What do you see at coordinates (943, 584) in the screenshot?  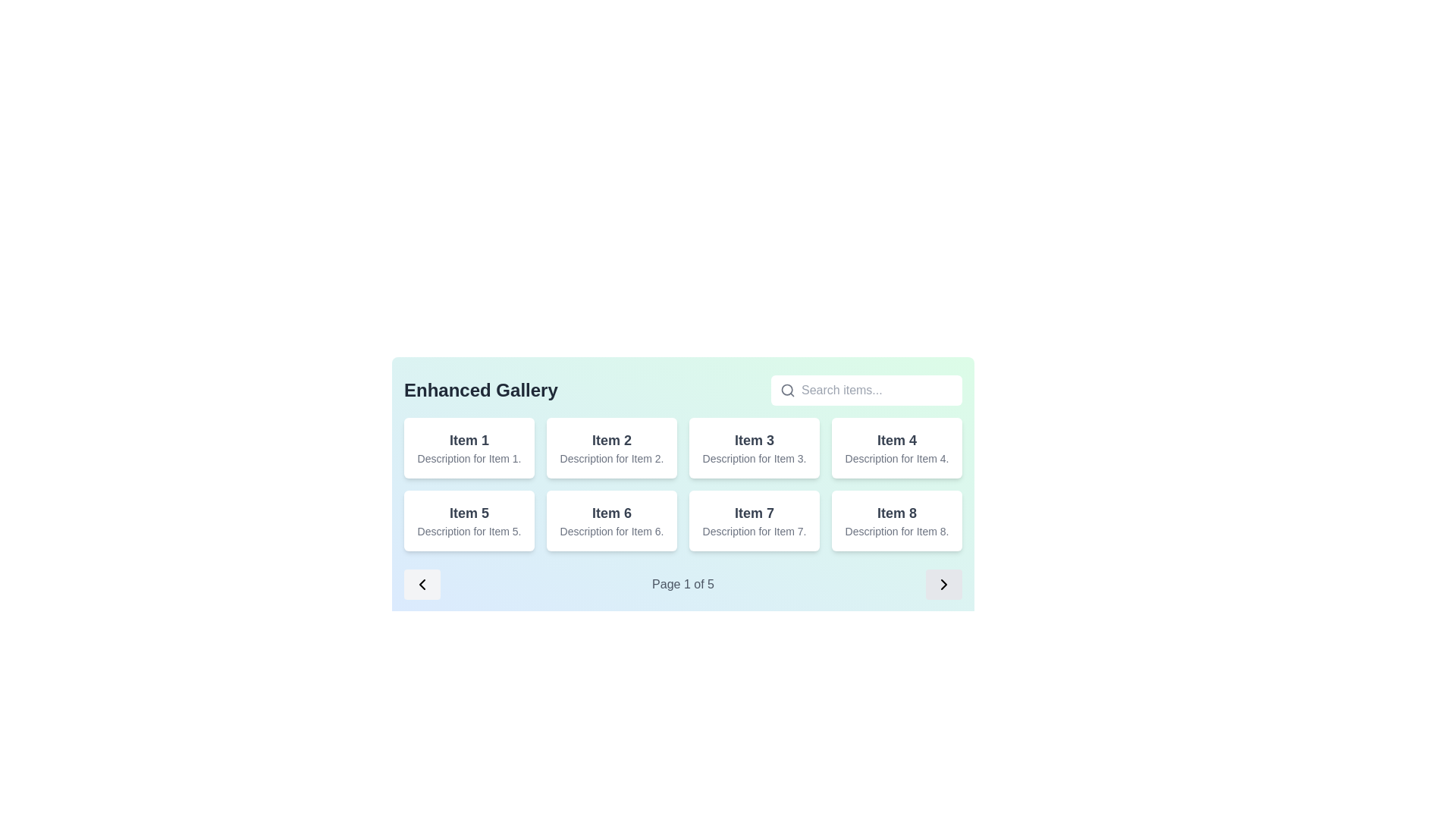 I see `the rightward chevron icon within the button located at the bottom-right corner of the gallery interface for interaction feedback` at bounding box center [943, 584].